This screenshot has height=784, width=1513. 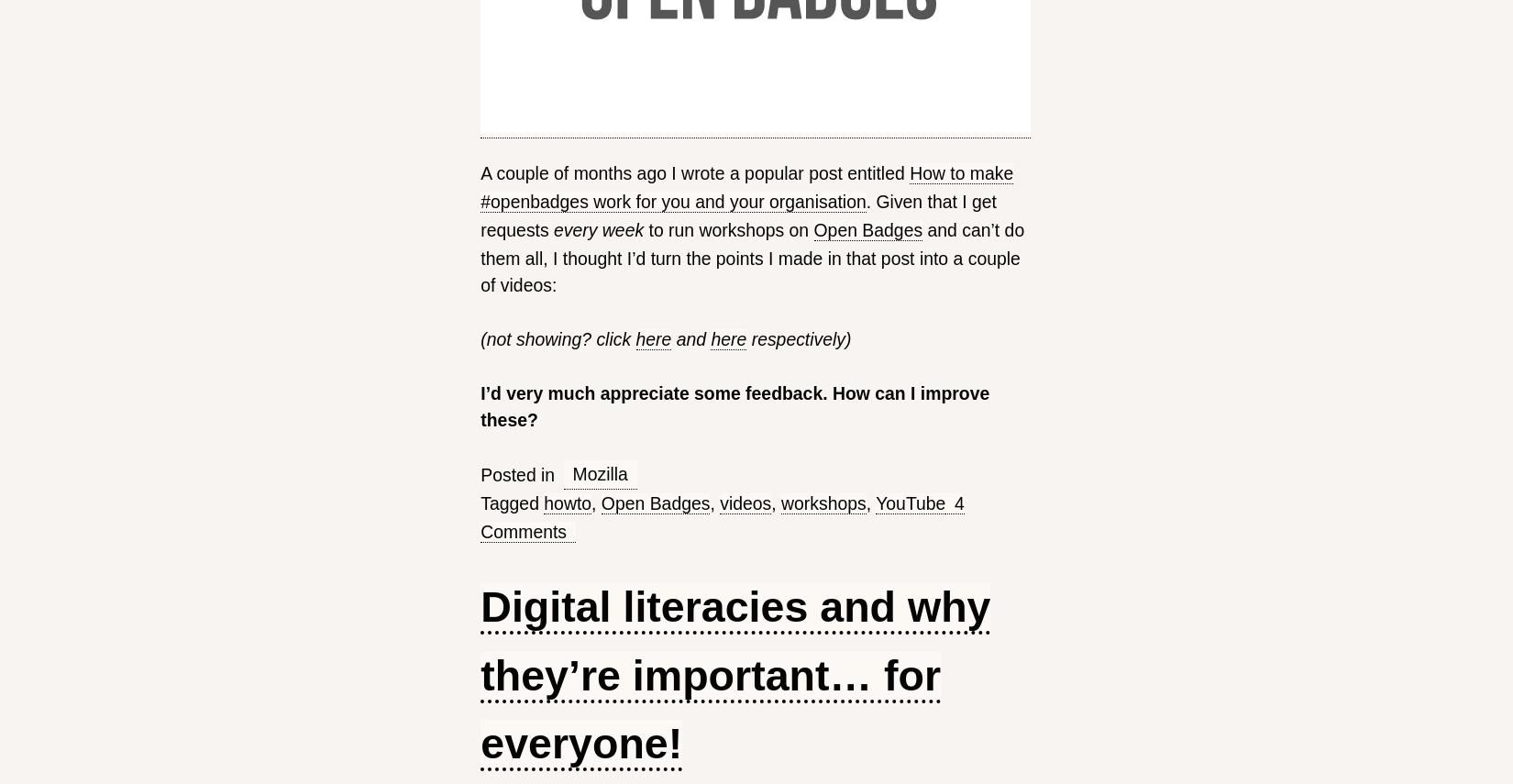 What do you see at coordinates (557, 337) in the screenshot?
I see `'(not showing? click'` at bounding box center [557, 337].